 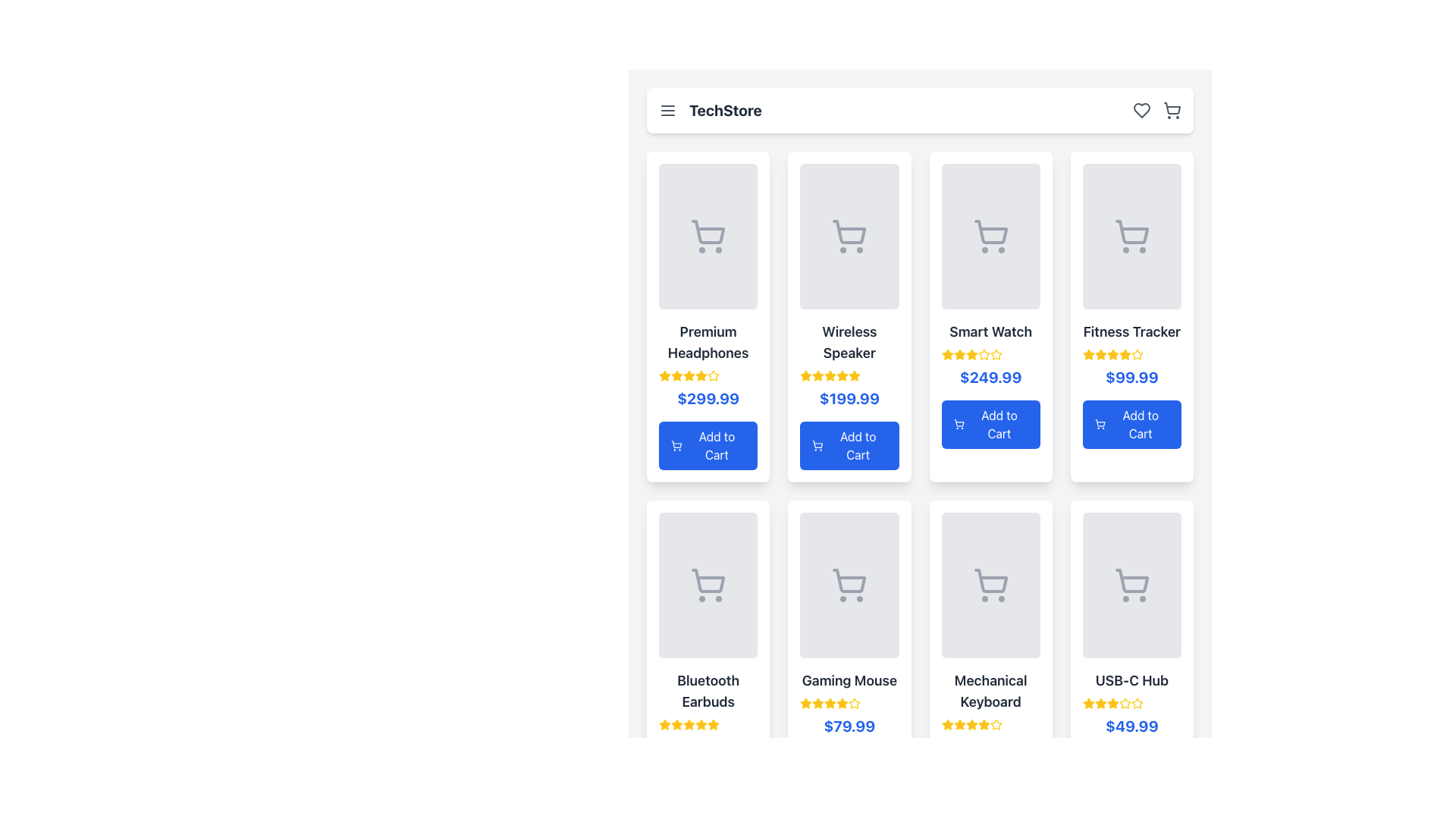 What do you see at coordinates (1112, 703) in the screenshot?
I see `the Rating star icon representing user feedback for the 'USB-C Hub' product, located in the bottom-right corner of the grid` at bounding box center [1112, 703].